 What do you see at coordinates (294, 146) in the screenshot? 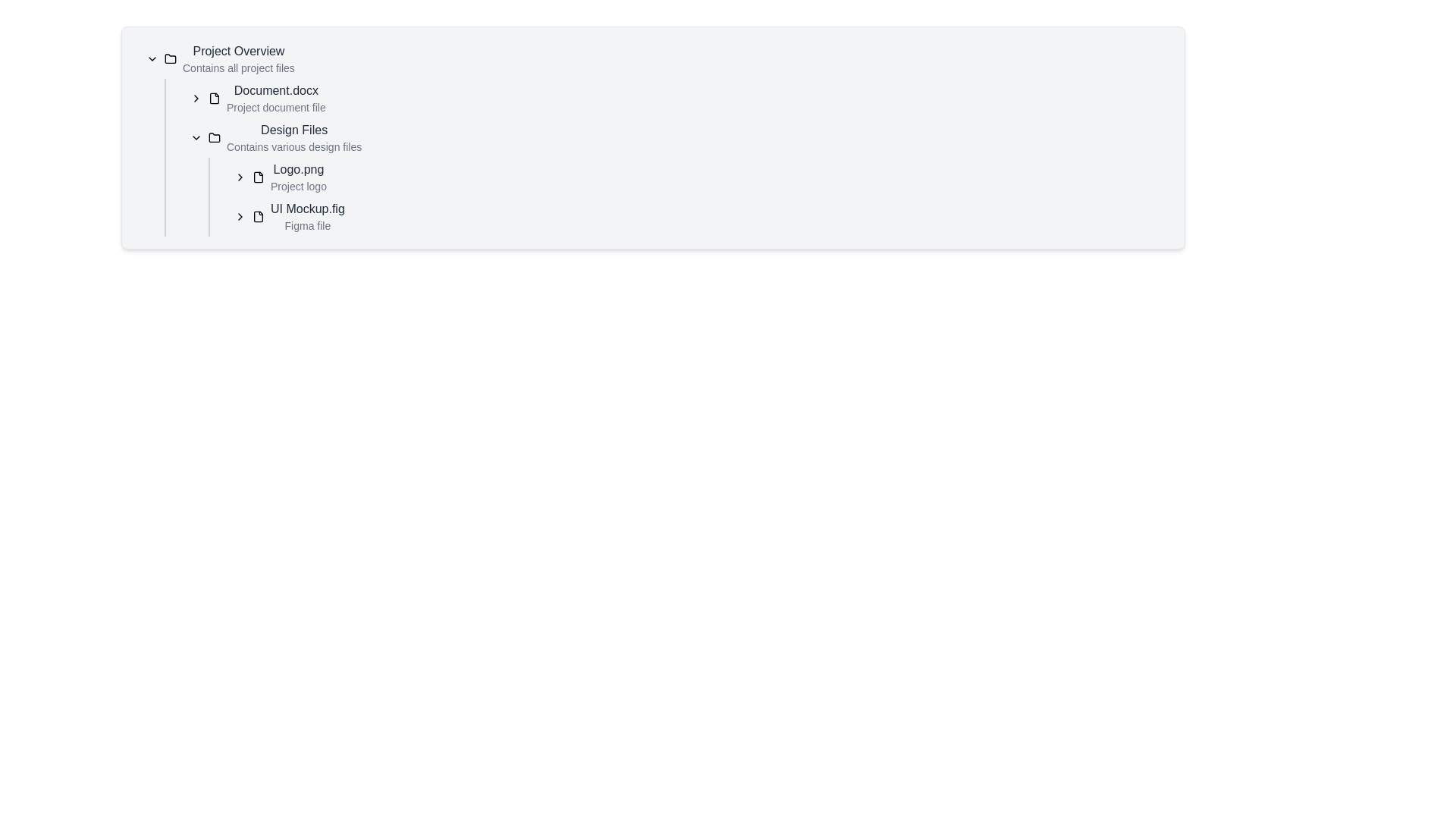
I see `the Text Label that provides context for the 'Design Files' section, located beneath the heading 'Design Files'` at bounding box center [294, 146].